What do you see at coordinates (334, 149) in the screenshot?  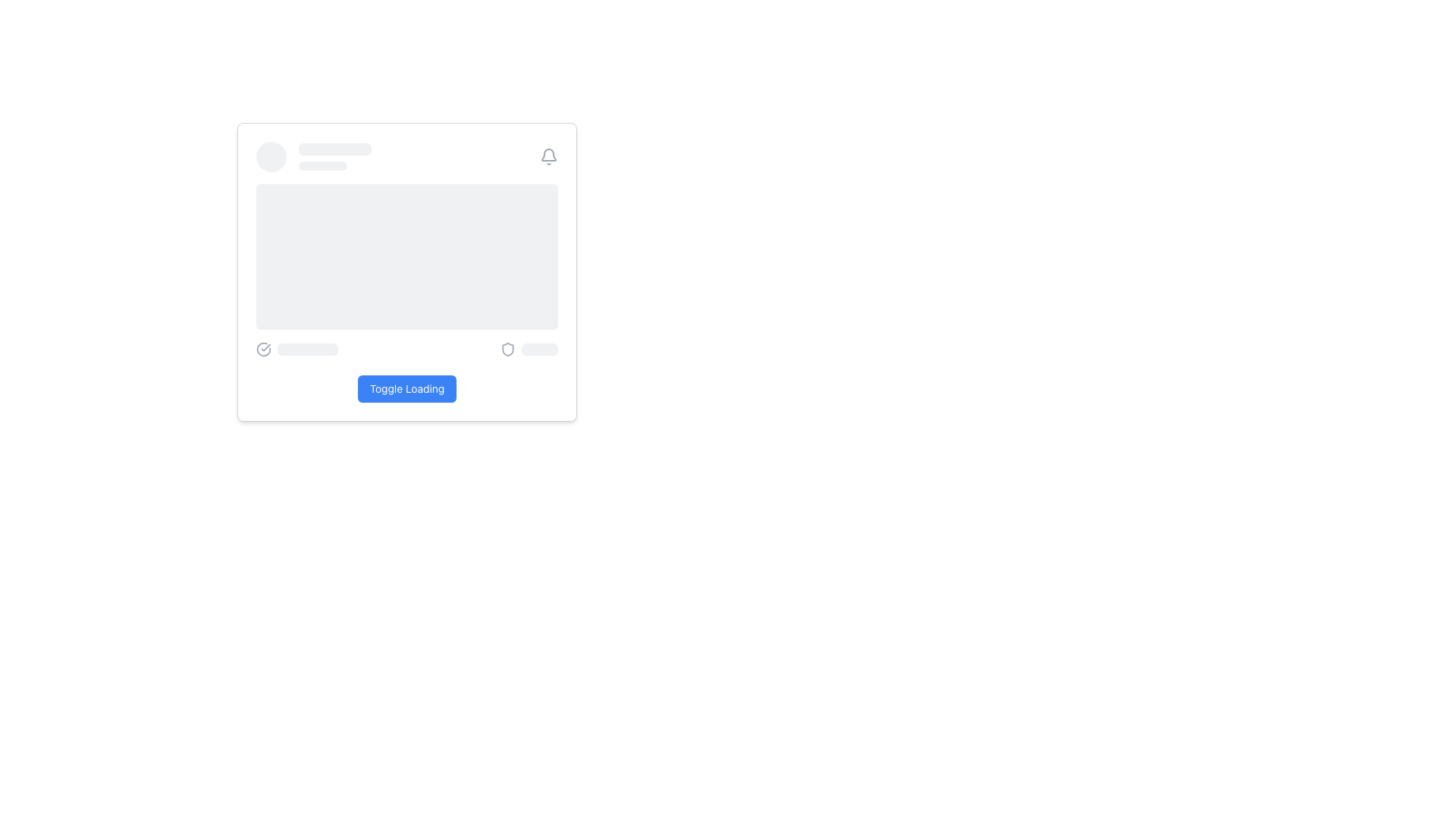 I see `the Skeleton Loader Placeholder located at the upper section of the interface, above a shorter placeholder and to the right of a circular profile placeholder` at bounding box center [334, 149].